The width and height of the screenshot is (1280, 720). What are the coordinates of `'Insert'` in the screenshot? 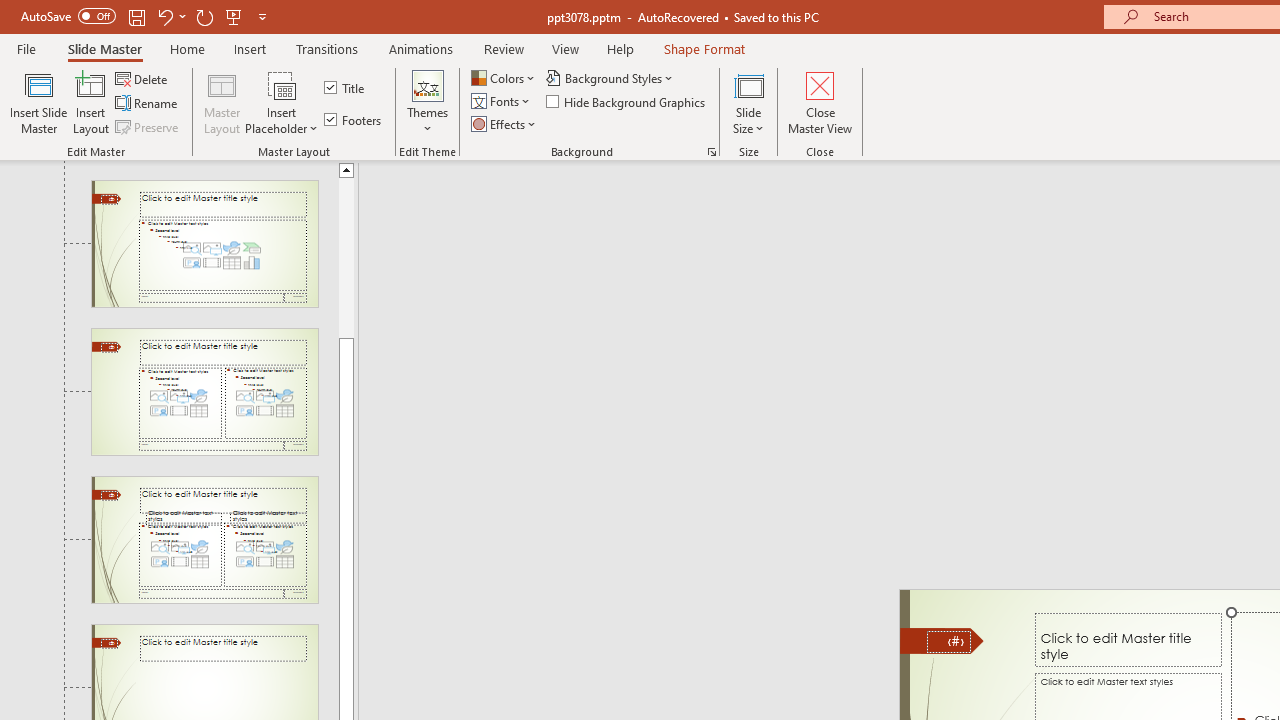 It's located at (249, 48).